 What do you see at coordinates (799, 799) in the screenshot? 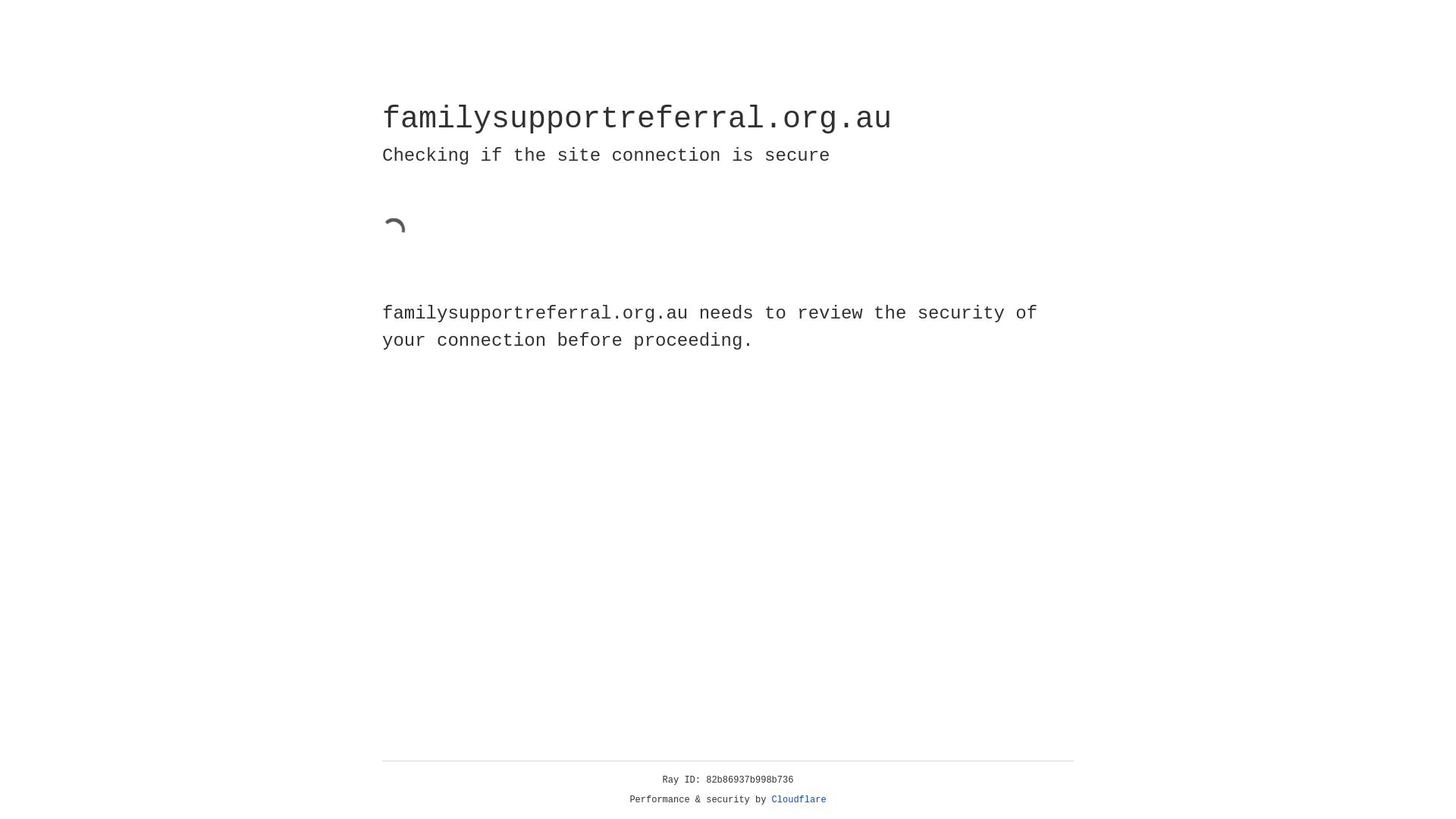
I see `'Cloudflare'` at bounding box center [799, 799].